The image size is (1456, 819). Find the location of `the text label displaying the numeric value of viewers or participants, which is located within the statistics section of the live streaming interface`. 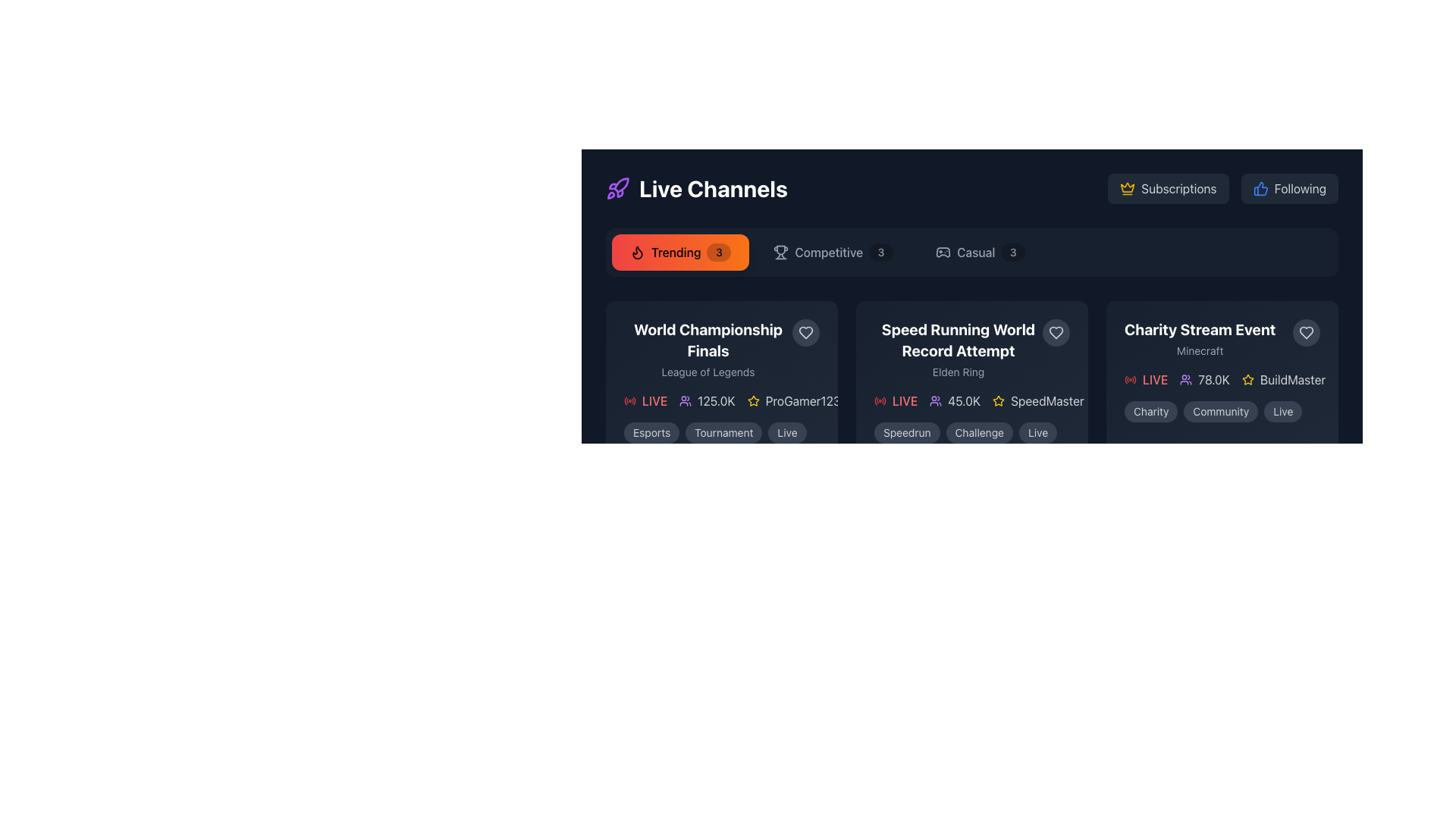

the text label displaying the numeric value of viewers or participants, which is located within the statistics section of the live streaming interface is located at coordinates (963, 400).